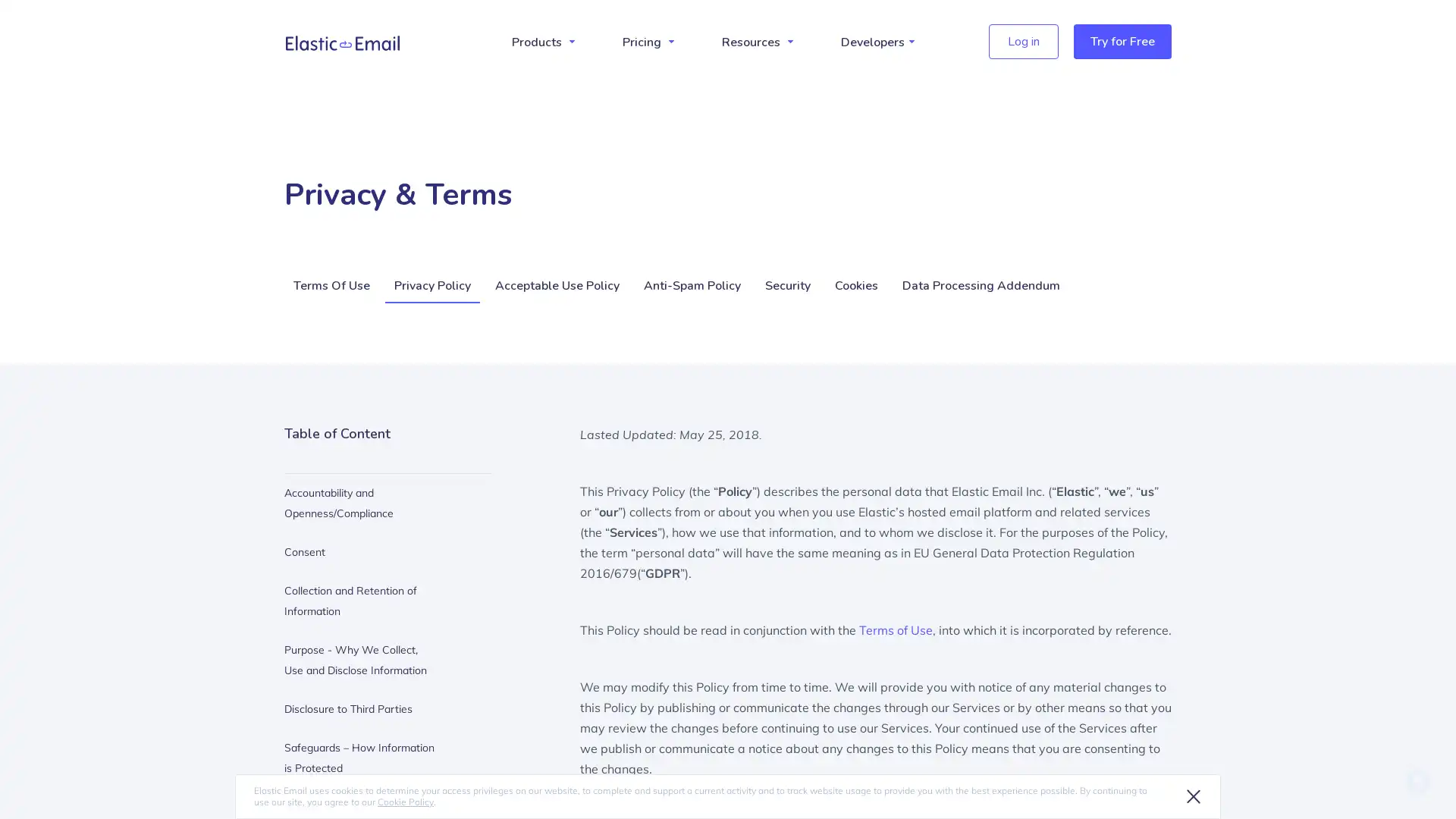  What do you see at coordinates (981, 287) in the screenshot?
I see `Data Processing Addendum` at bounding box center [981, 287].